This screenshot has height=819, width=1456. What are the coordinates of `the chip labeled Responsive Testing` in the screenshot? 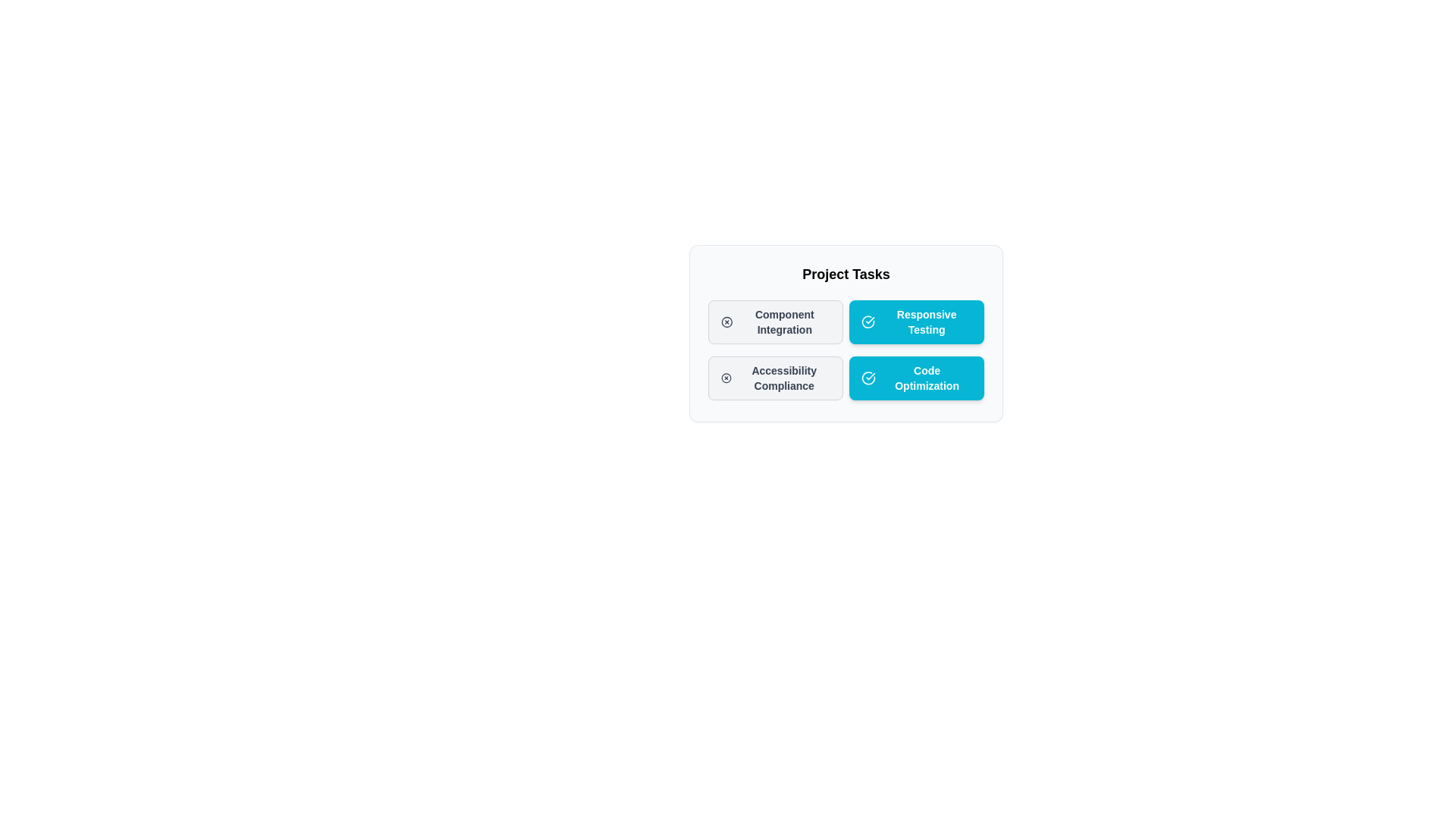 It's located at (916, 321).